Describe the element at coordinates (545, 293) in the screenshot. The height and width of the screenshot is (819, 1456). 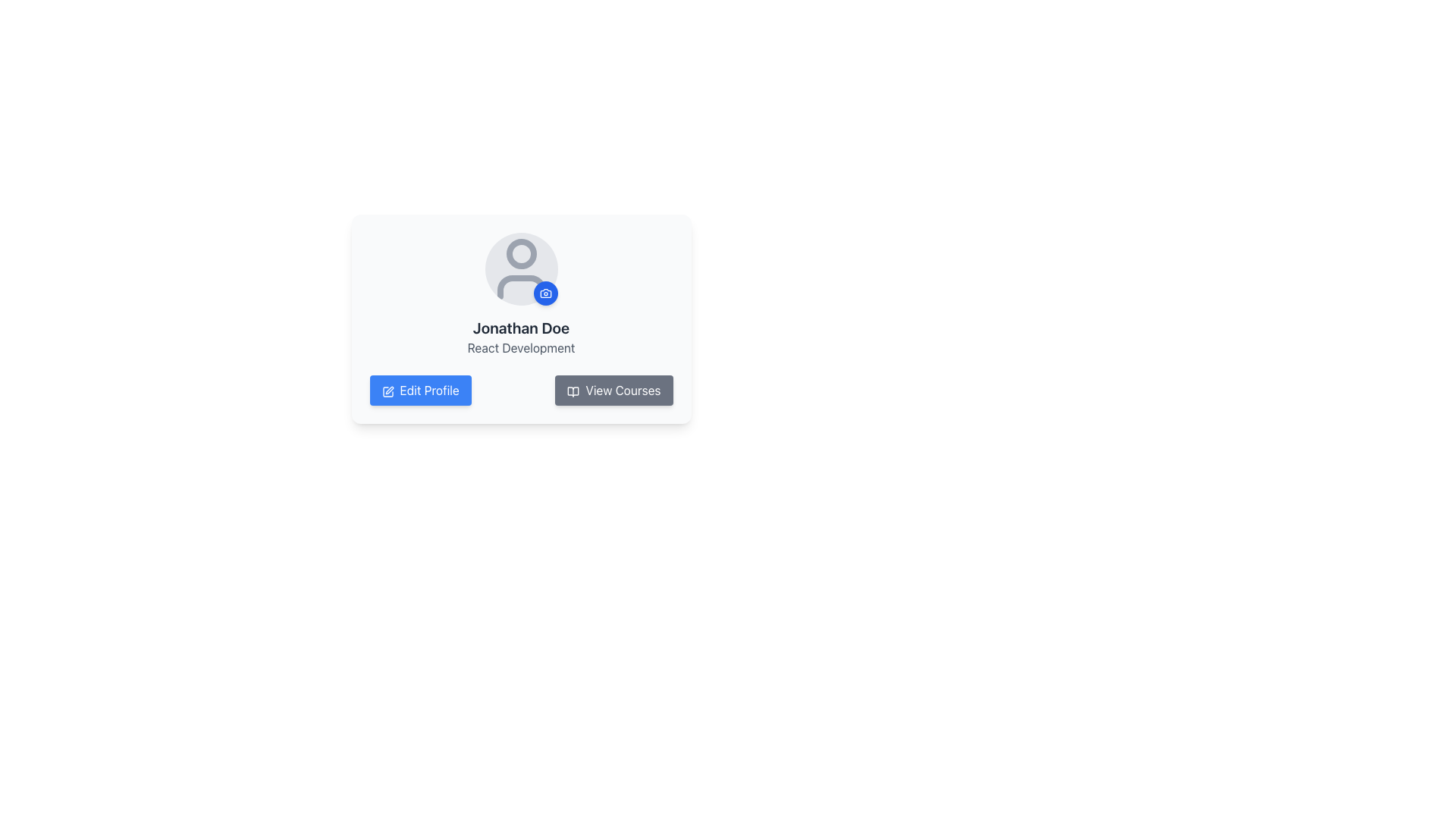
I see `the button located at the bottom-right corner of the circular profile picture to potentially see a tooltip` at that location.